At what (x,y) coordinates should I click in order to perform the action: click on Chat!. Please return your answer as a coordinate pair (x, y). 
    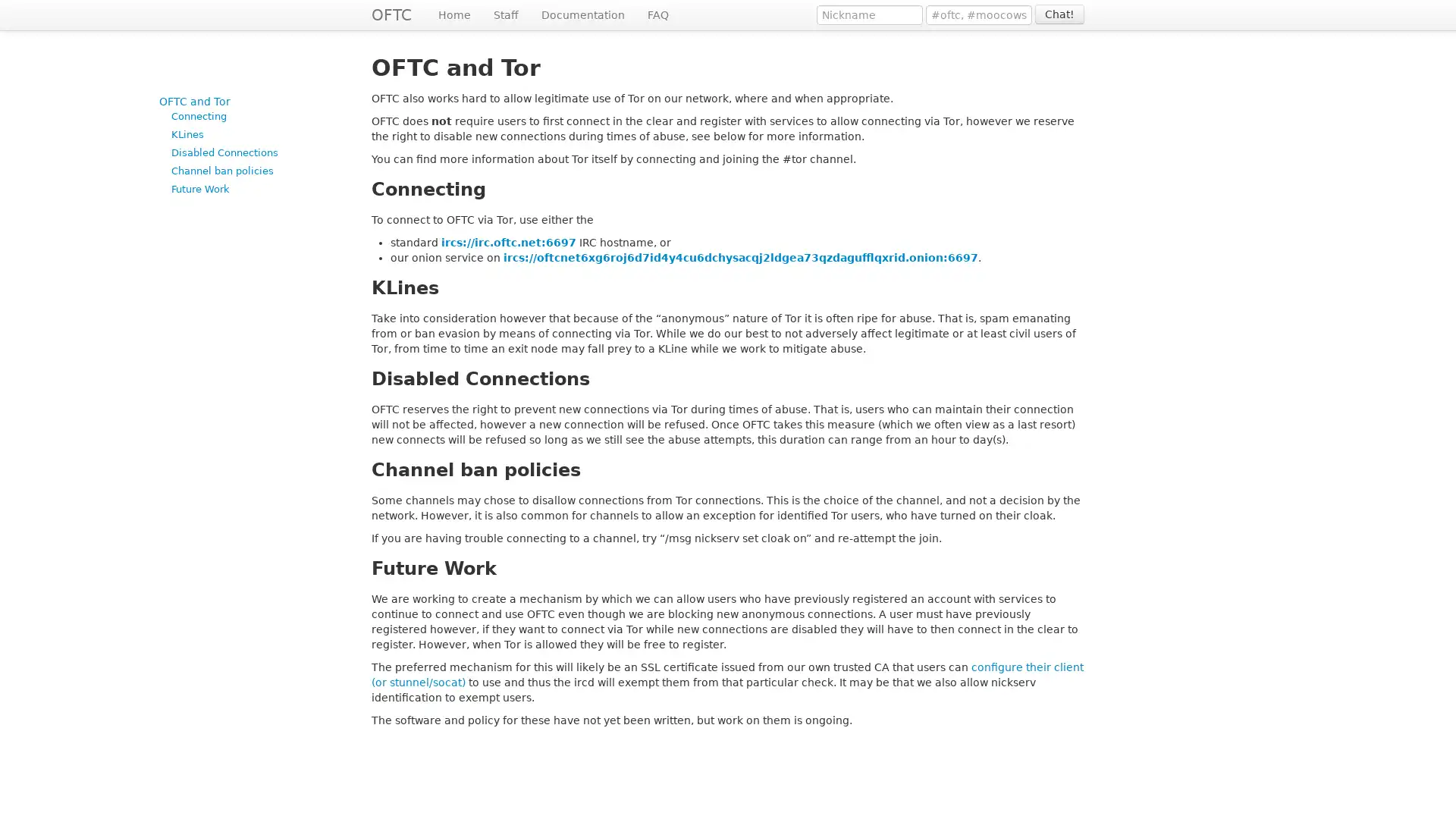
    Looking at the image, I should click on (1059, 14).